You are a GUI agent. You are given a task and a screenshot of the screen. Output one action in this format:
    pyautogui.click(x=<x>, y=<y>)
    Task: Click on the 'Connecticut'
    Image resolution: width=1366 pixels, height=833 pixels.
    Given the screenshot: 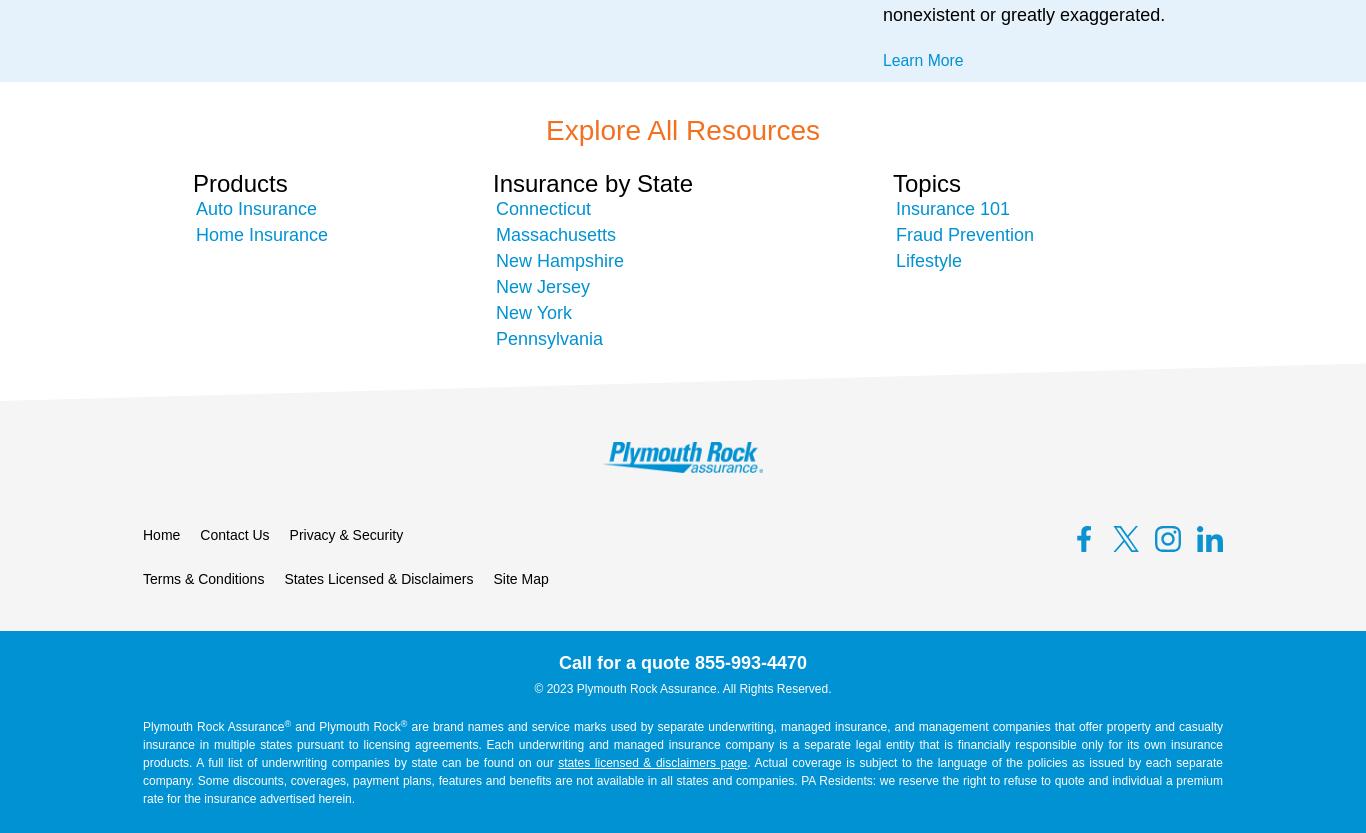 What is the action you would take?
    pyautogui.click(x=543, y=207)
    